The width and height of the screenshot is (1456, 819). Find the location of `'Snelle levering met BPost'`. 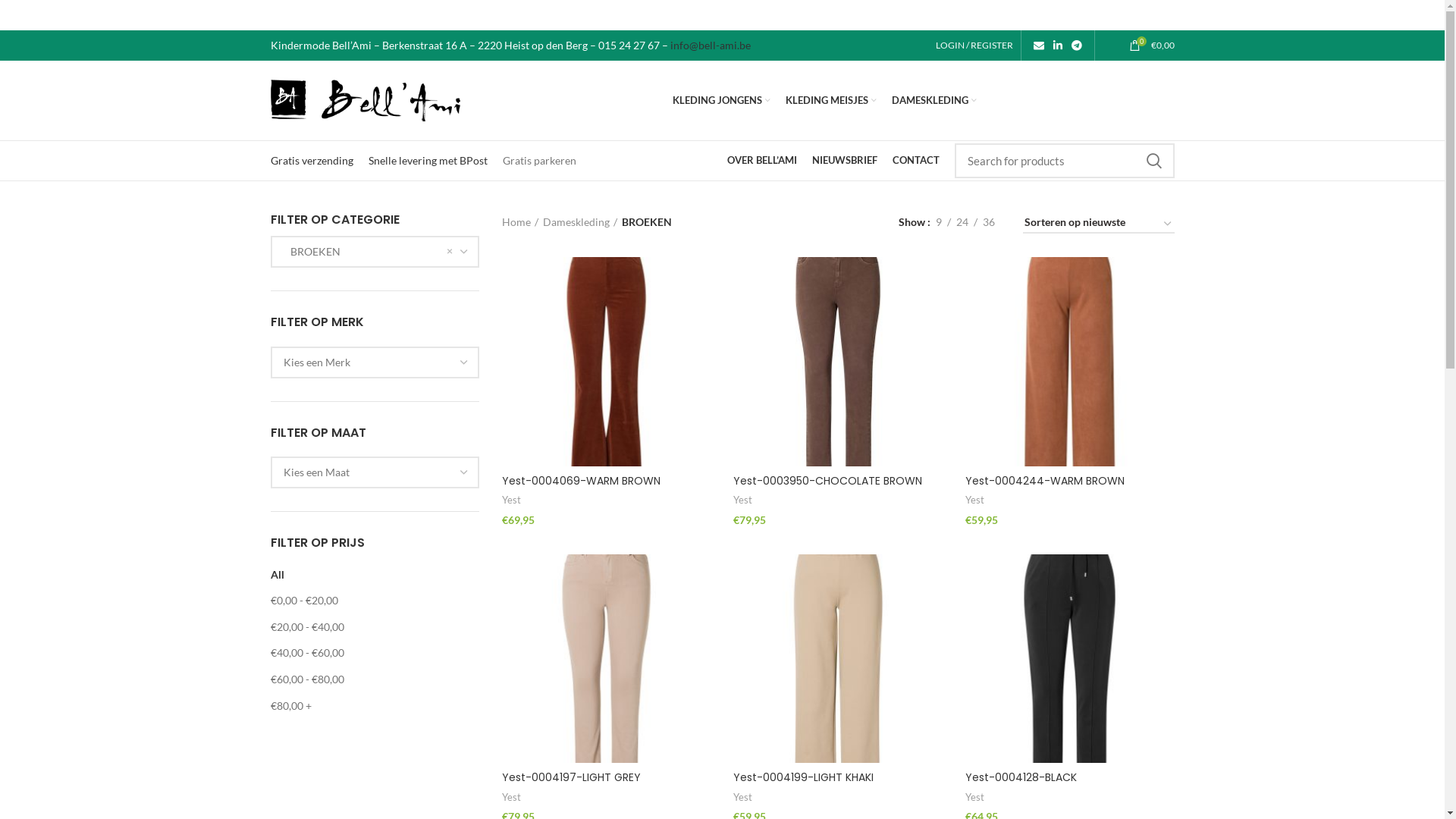

'Snelle levering met BPost' is located at coordinates (368, 160).